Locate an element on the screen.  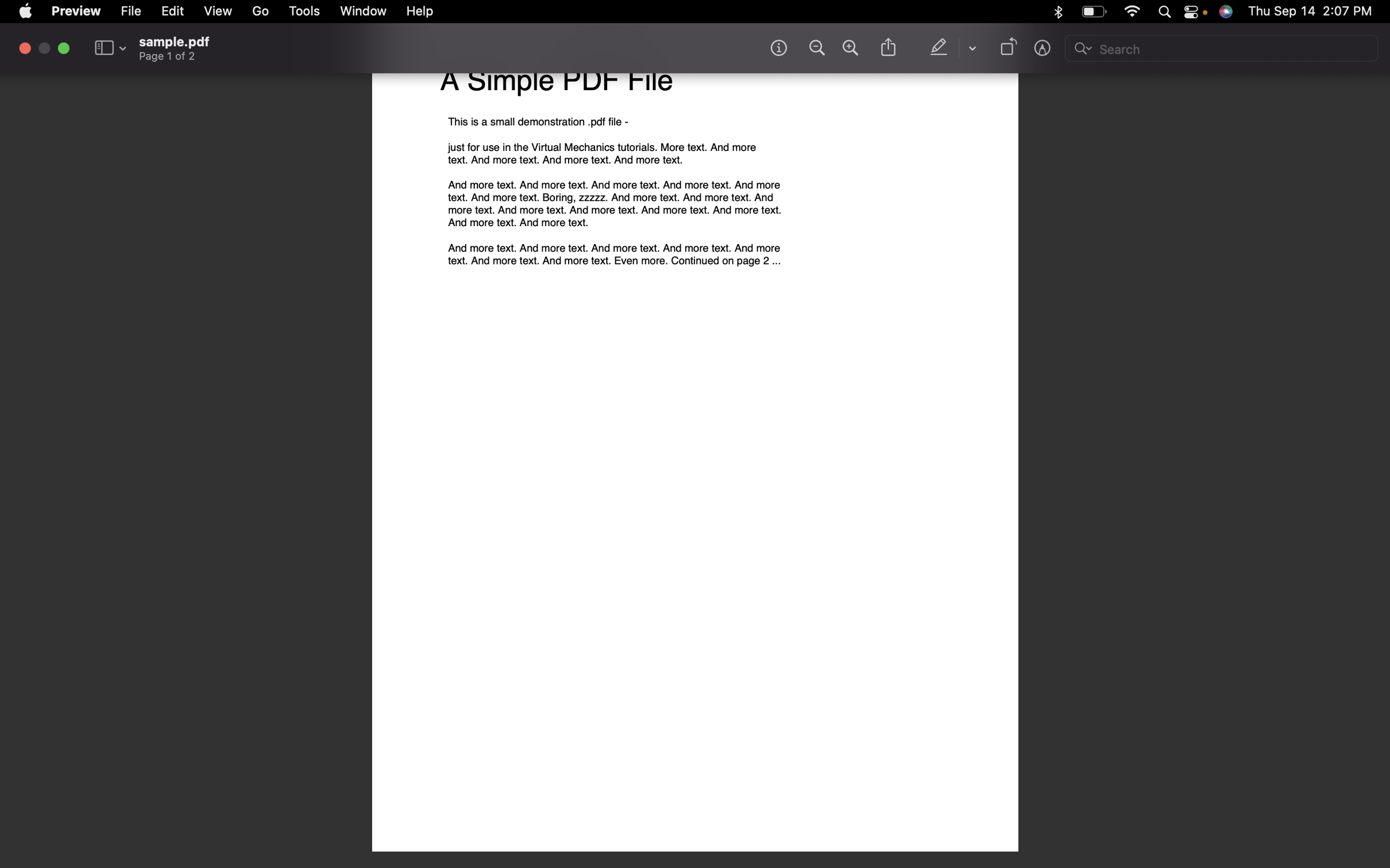
the close option of this file is located at coordinates (25, 48).